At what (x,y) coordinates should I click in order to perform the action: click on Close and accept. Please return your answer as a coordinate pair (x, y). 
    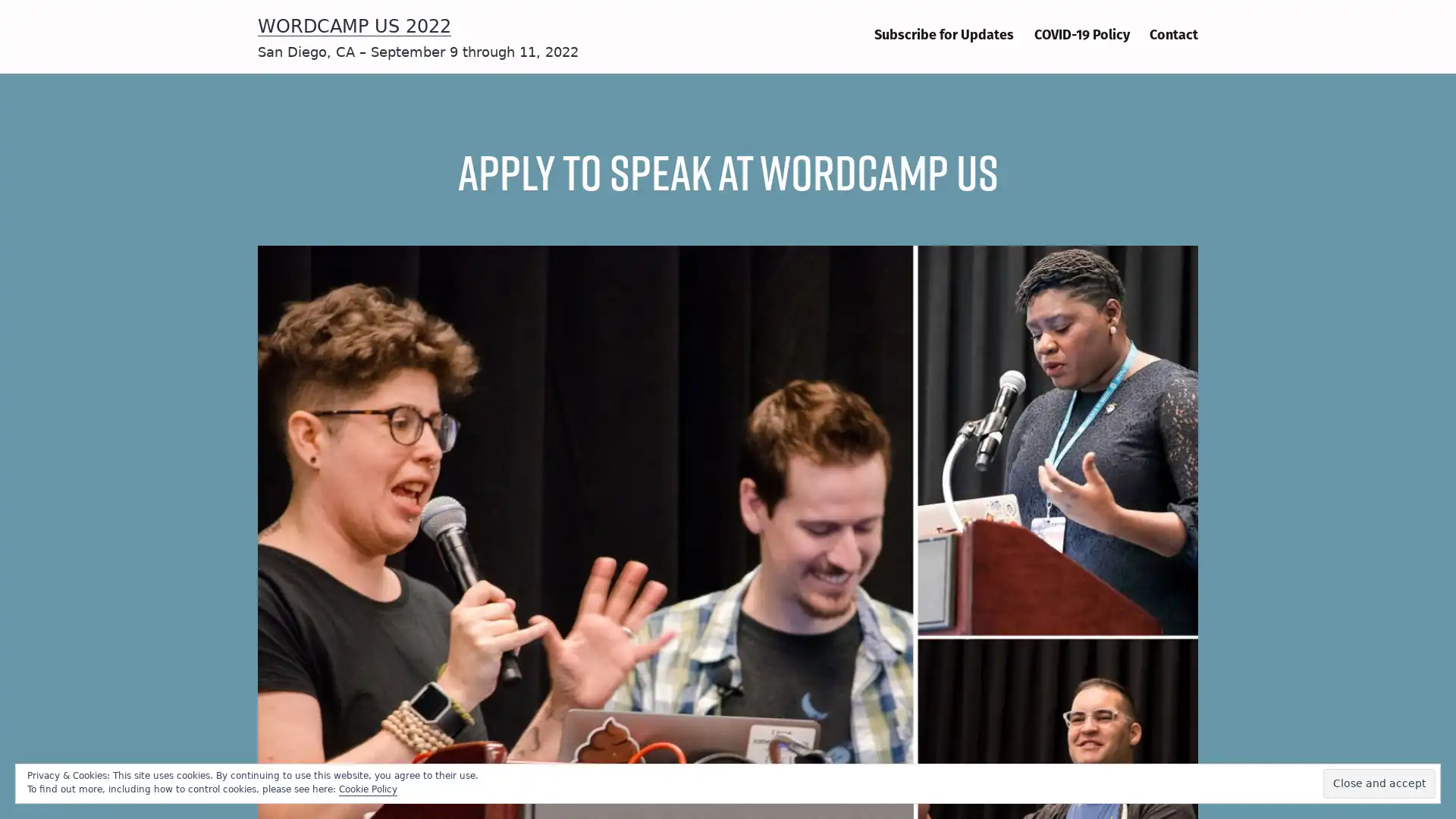
    Looking at the image, I should click on (1379, 783).